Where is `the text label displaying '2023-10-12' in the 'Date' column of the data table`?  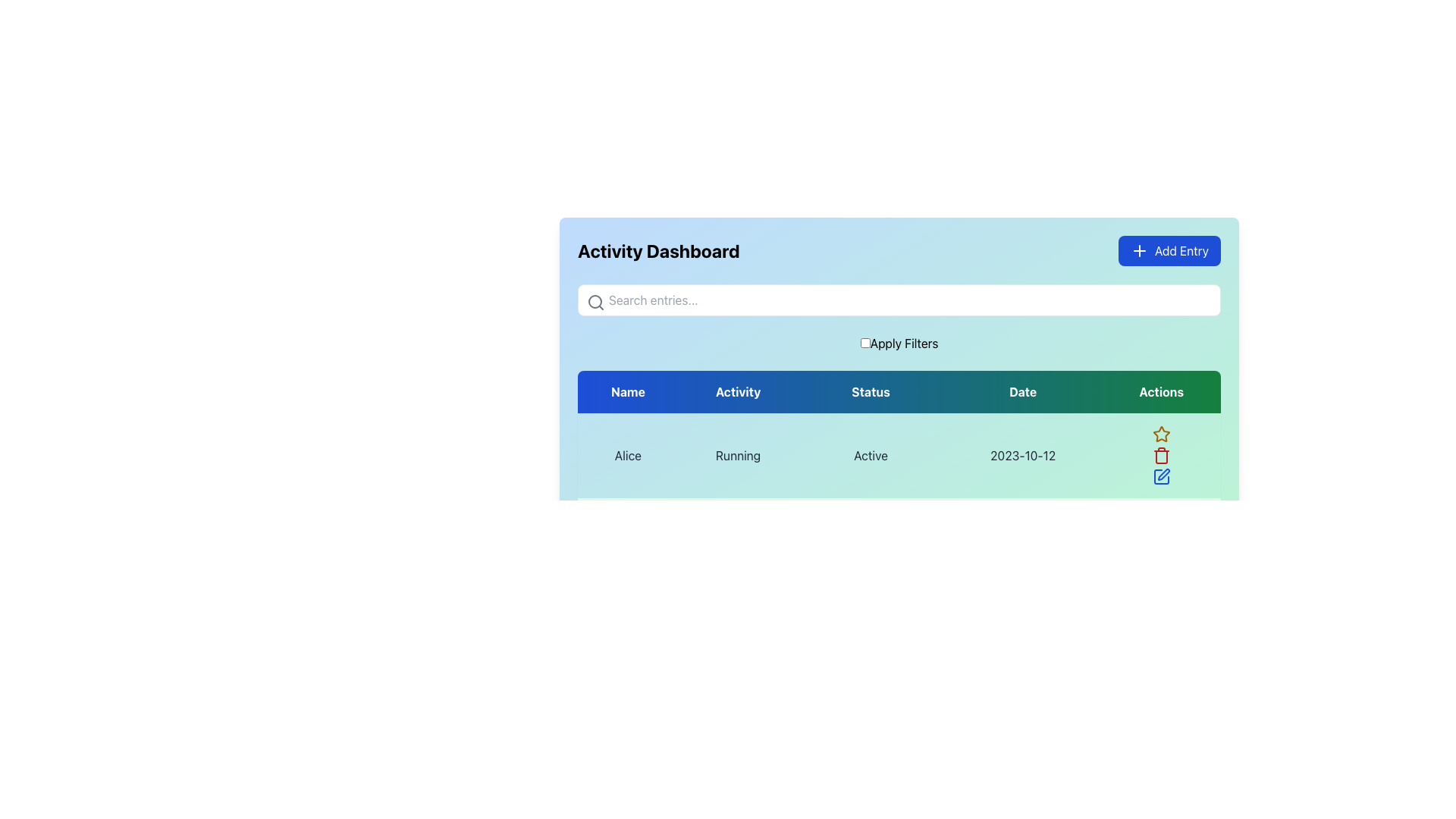
the text label displaying '2023-10-12' in the 'Date' column of the data table is located at coordinates (1023, 455).